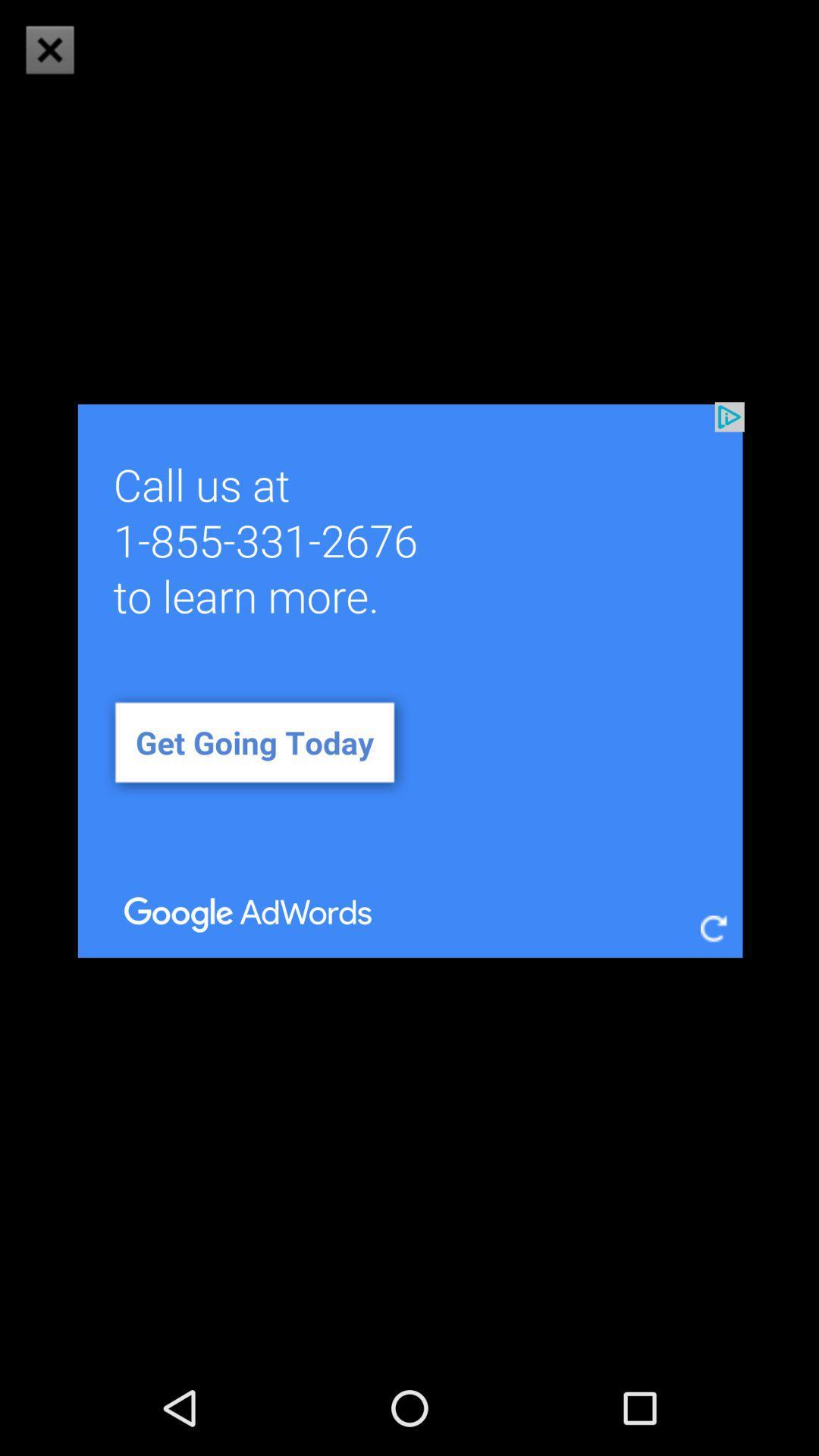 The image size is (819, 1456). I want to click on the close icon, so click(69, 74).